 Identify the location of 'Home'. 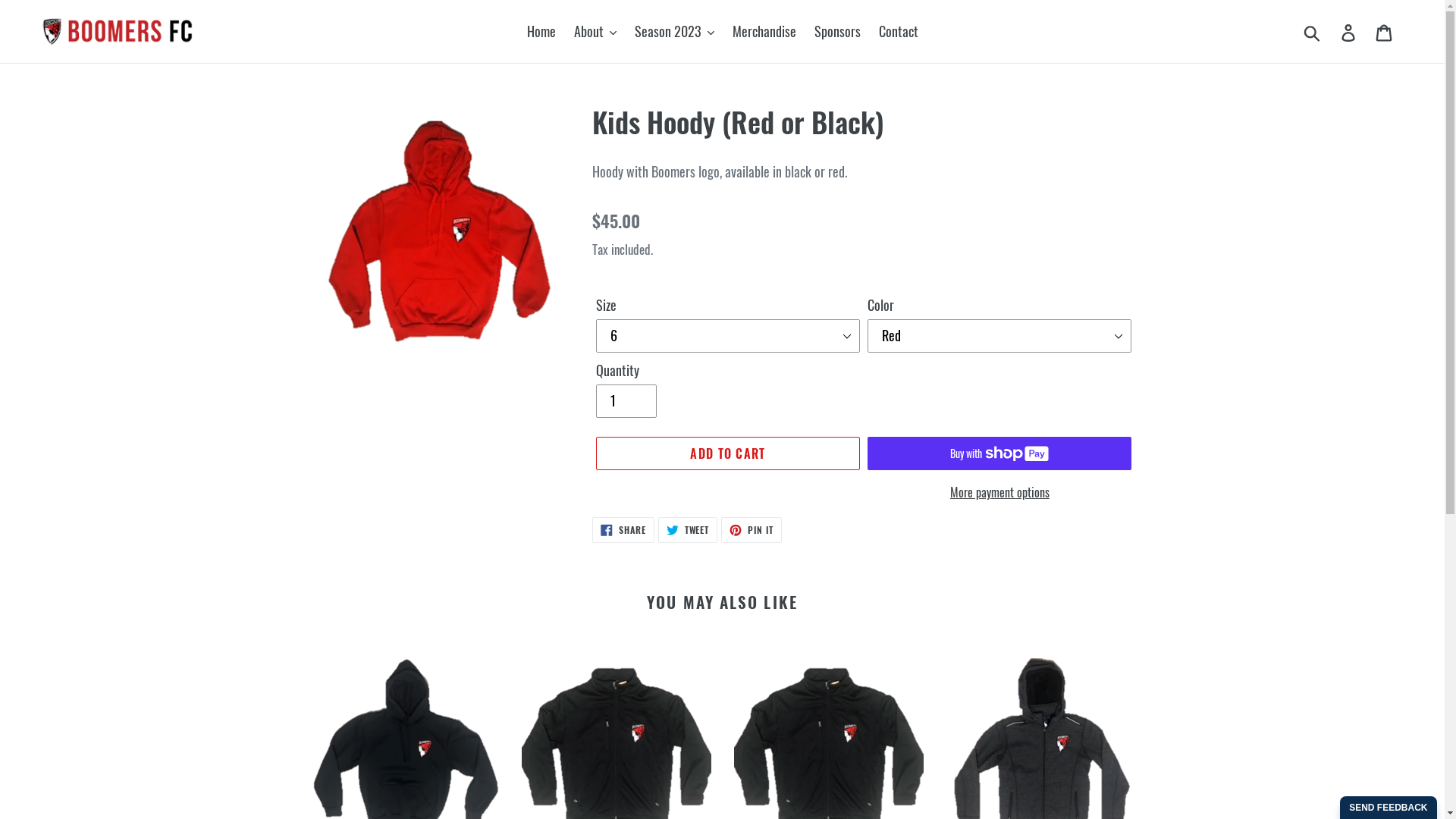
(541, 31).